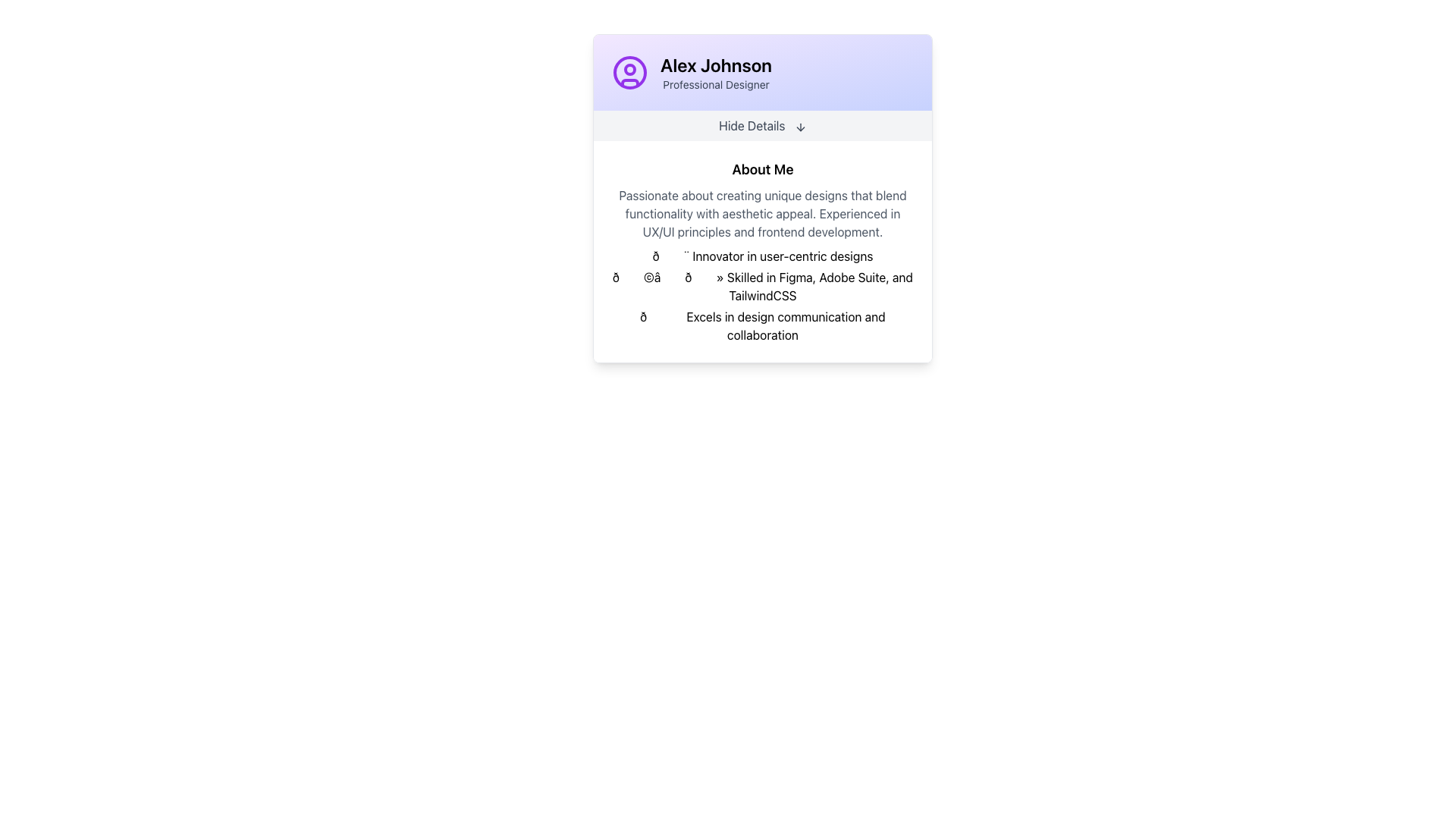 The height and width of the screenshot is (819, 1456). What do you see at coordinates (763, 213) in the screenshot?
I see `the introductory text describing the individual's professional experience and skills, which is located below the 'About Me' header and above the skills list` at bounding box center [763, 213].